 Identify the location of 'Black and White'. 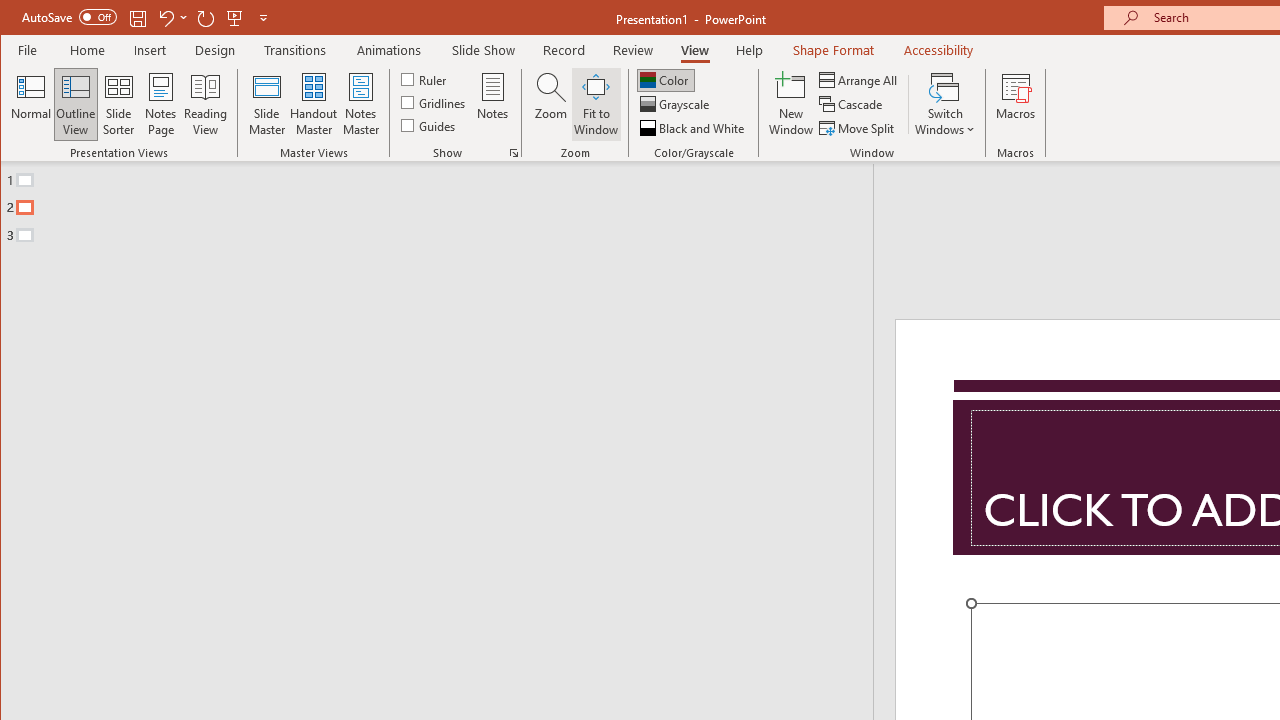
(694, 128).